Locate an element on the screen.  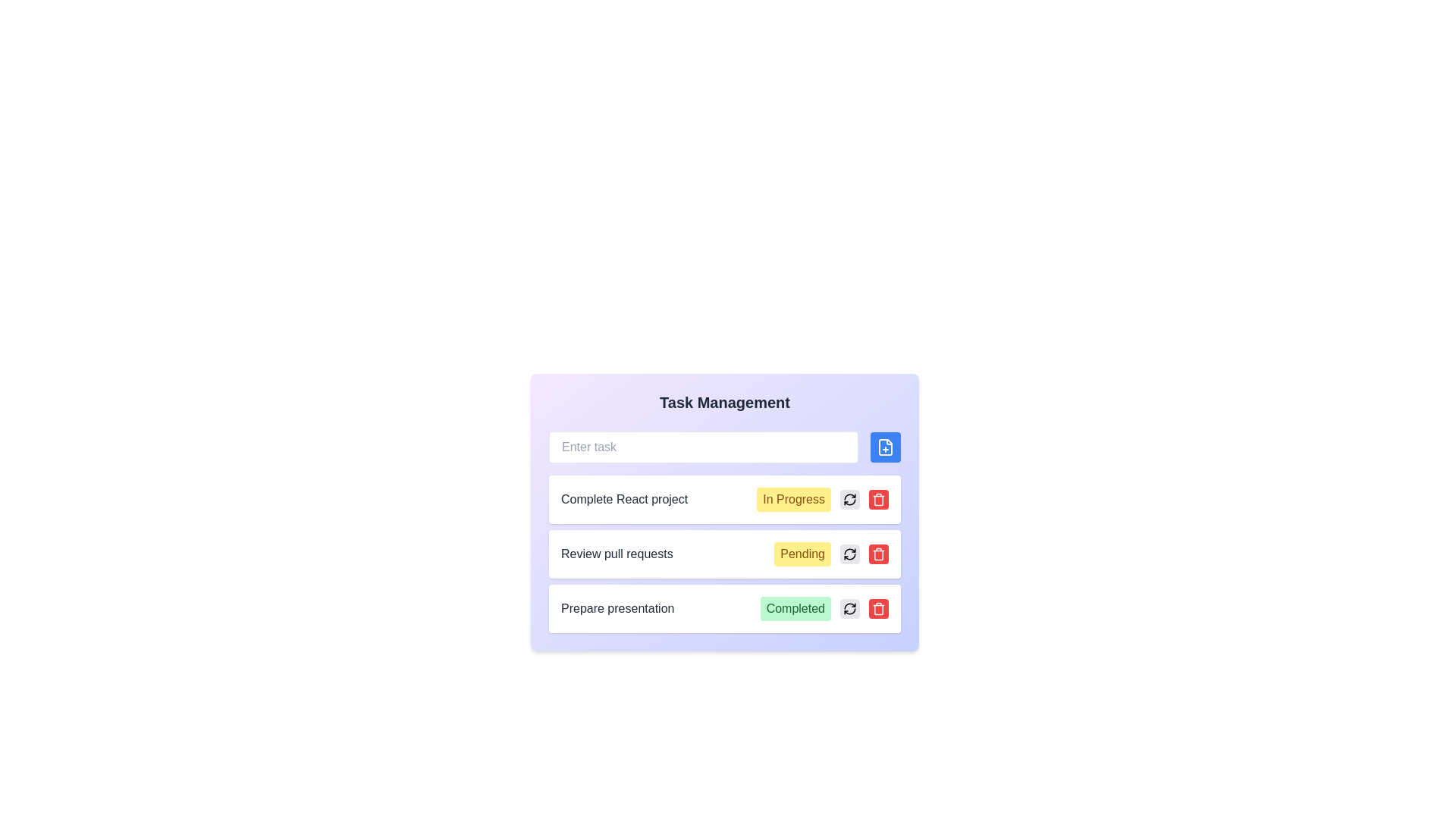
the task item labeled 'Complete React project' which has a status indicator 'In Progress' and is located at the top of the task list is located at coordinates (723, 500).